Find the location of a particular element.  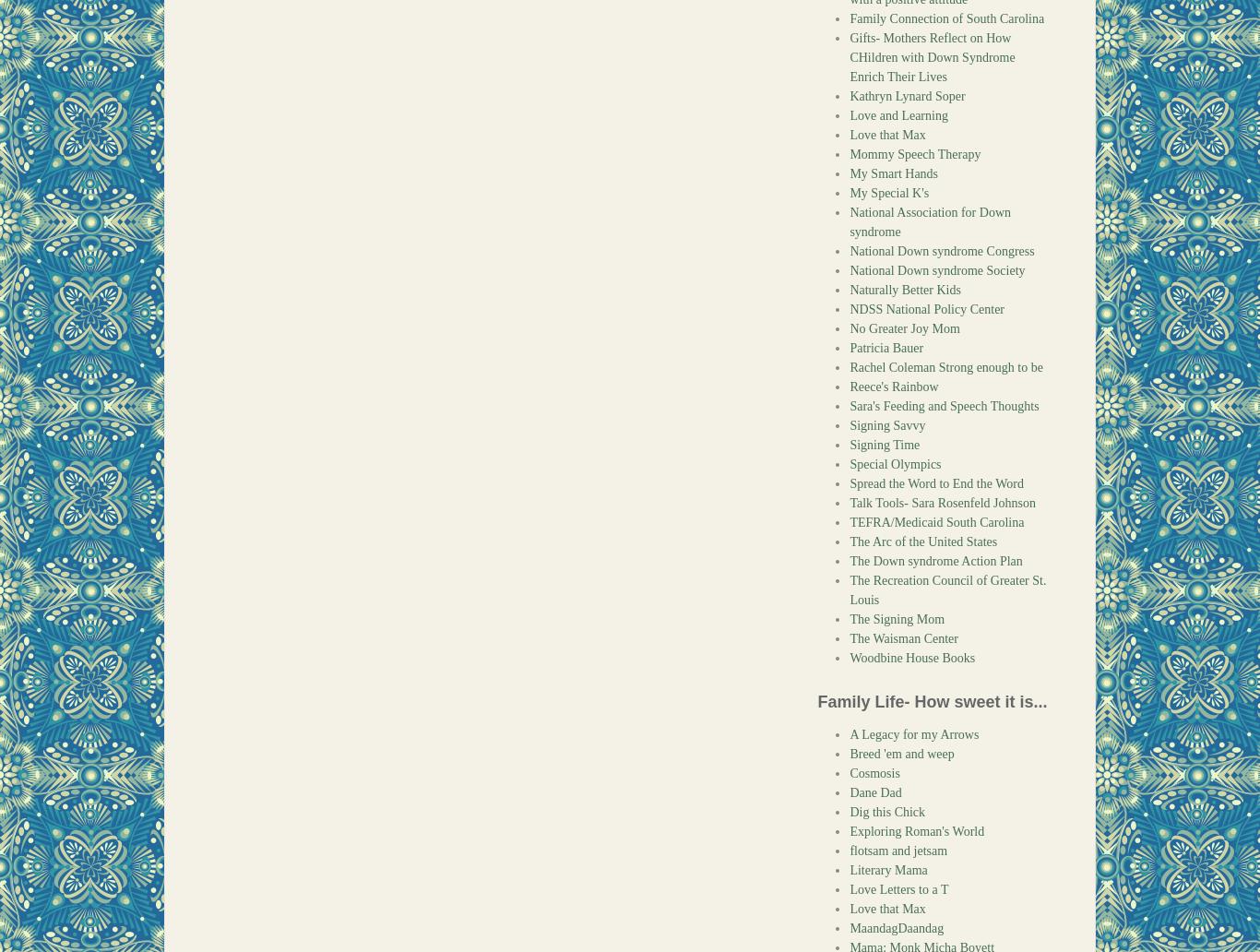

'Dane Dad' is located at coordinates (874, 792).